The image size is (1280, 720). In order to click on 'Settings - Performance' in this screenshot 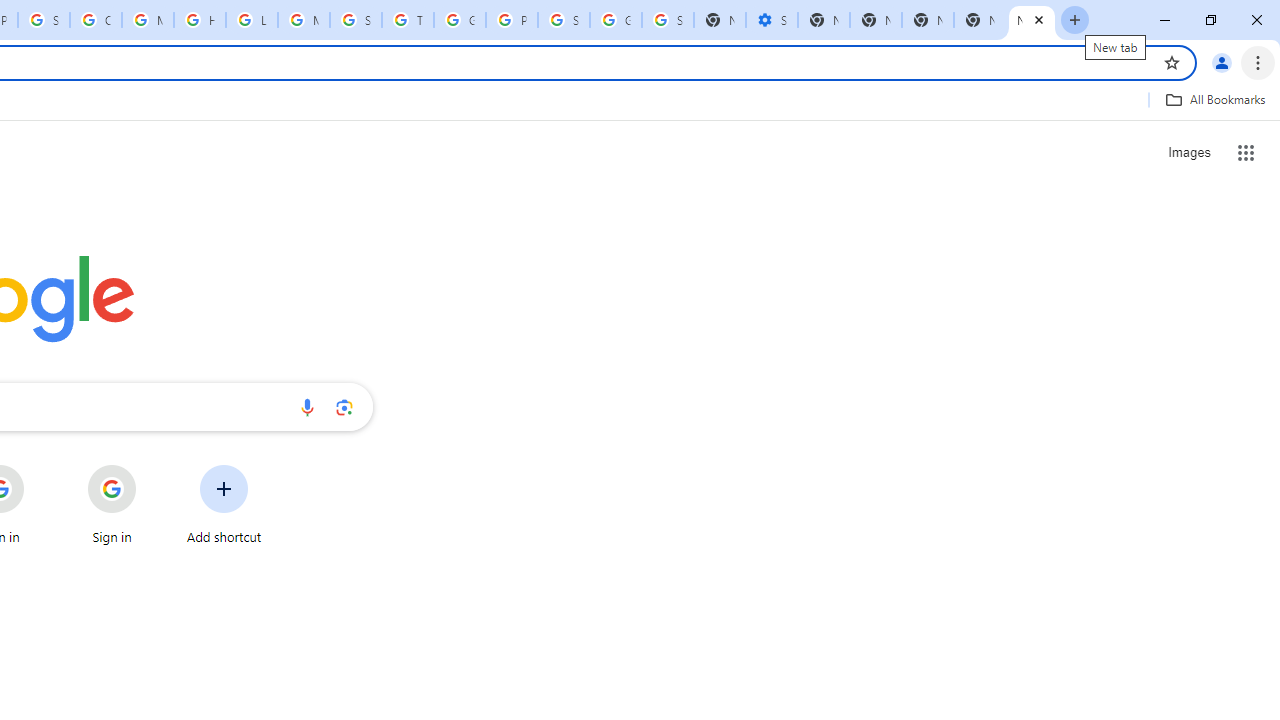, I will do `click(770, 20)`.